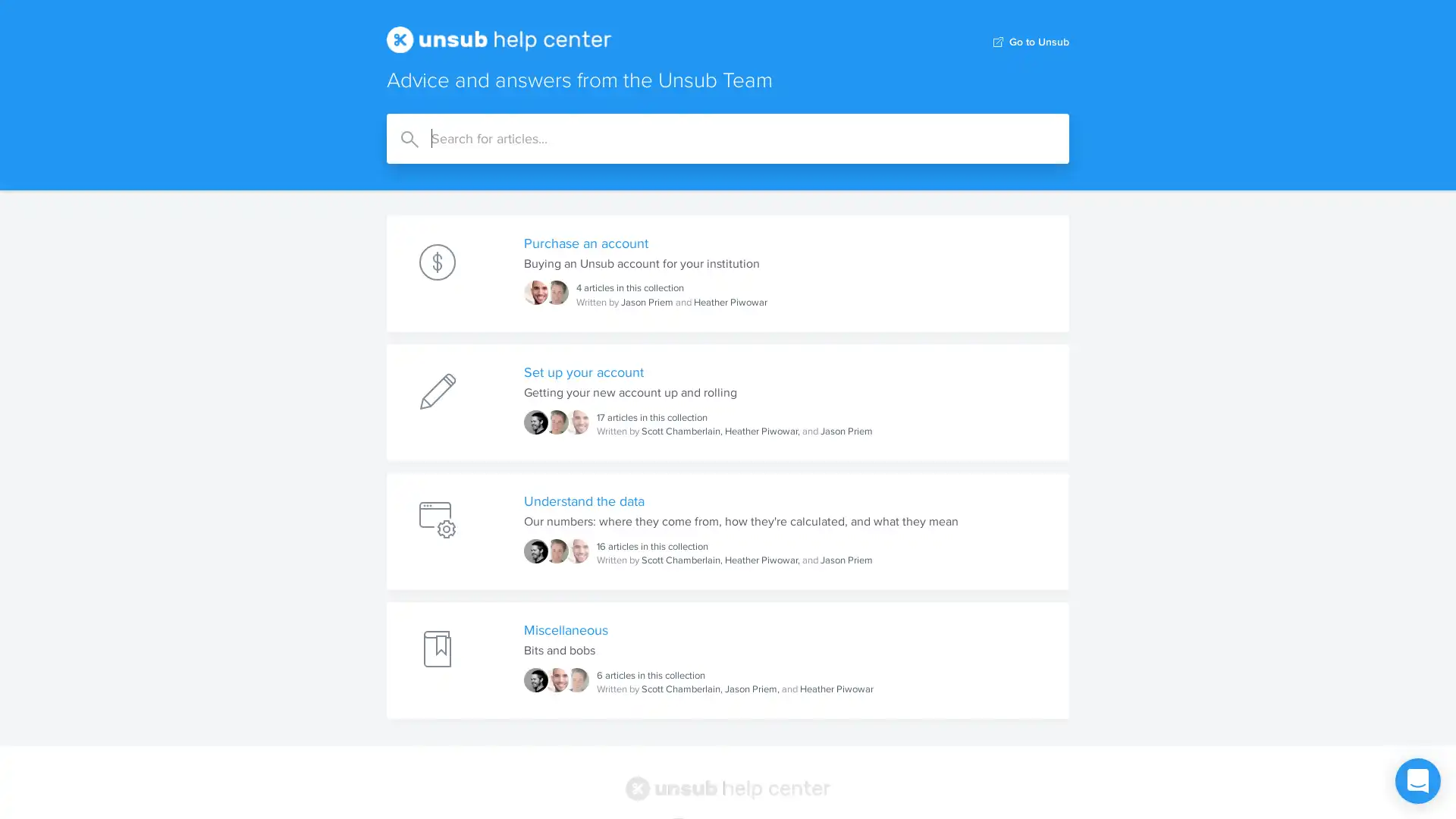  What do you see at coordinates (1417, 780) in the screenshot?
I see `Open Intercom Messenger` at bounding box center [1417, 780].